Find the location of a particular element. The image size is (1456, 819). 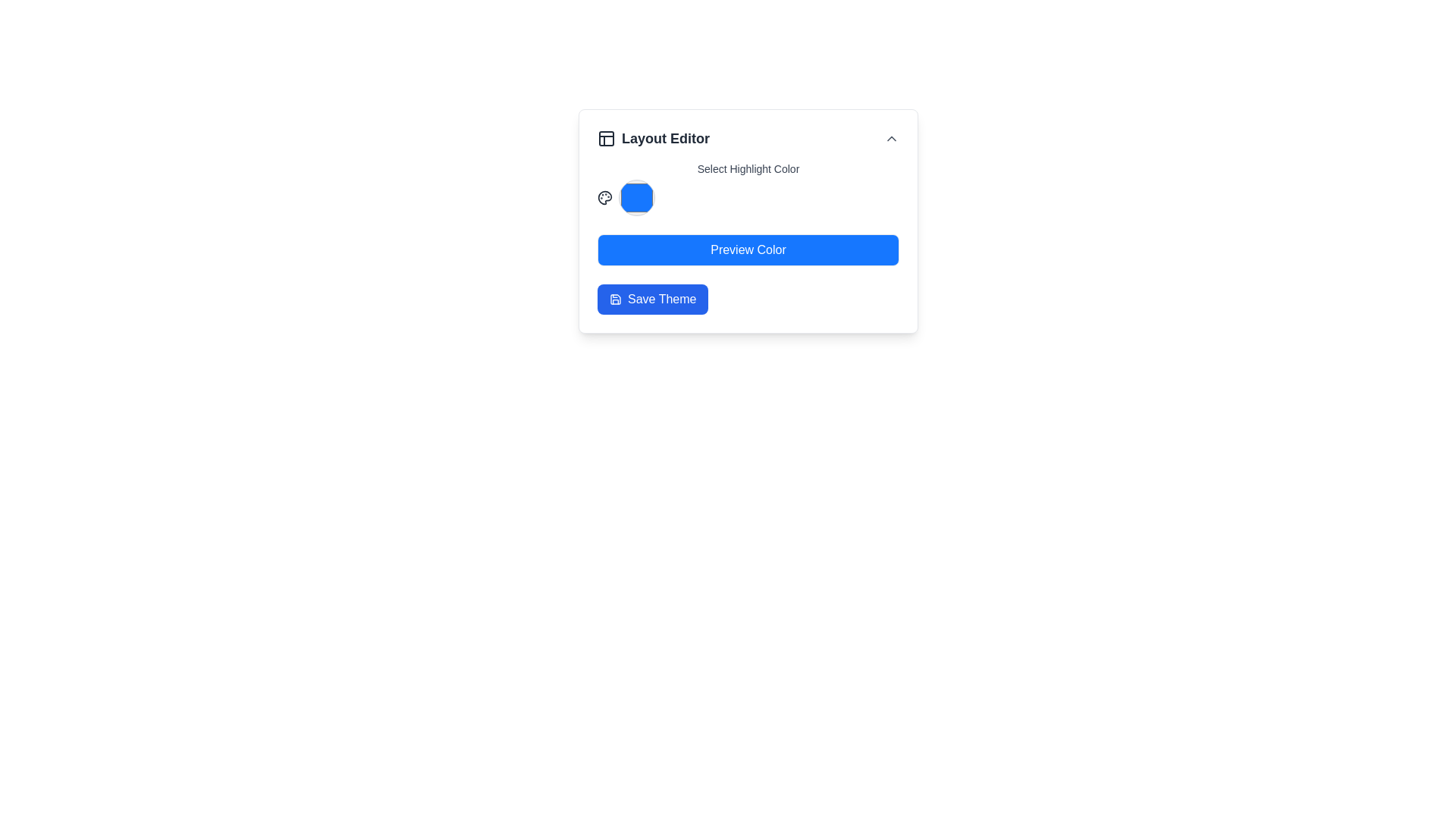

the 'Layout Editor' text element which displays a bold header with an accompanying panel layout icon on the left is located at coordinates (654, 138).